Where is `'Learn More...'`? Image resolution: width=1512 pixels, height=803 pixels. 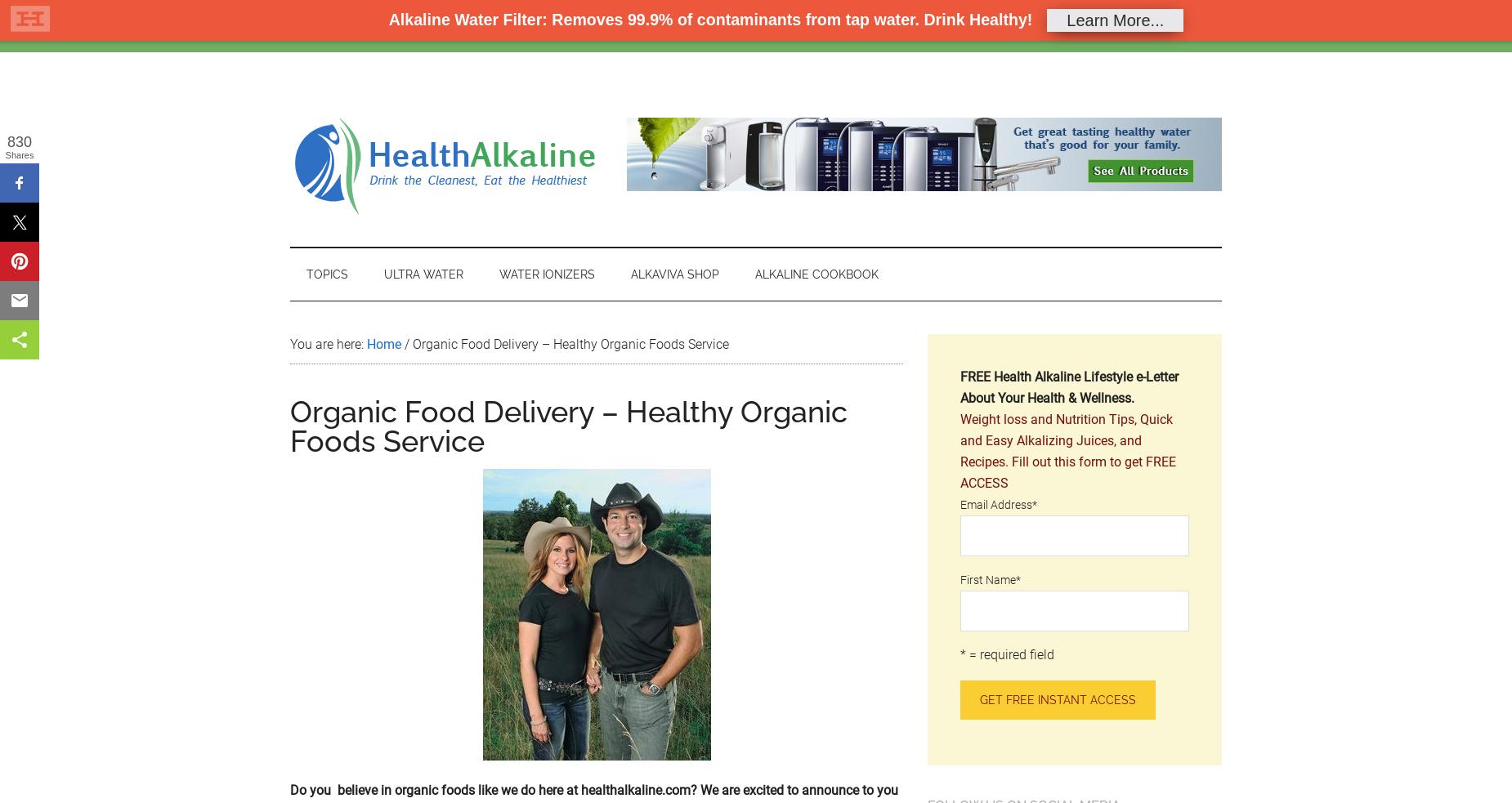 'Learn More...' is located at coordinates (1114, 18).